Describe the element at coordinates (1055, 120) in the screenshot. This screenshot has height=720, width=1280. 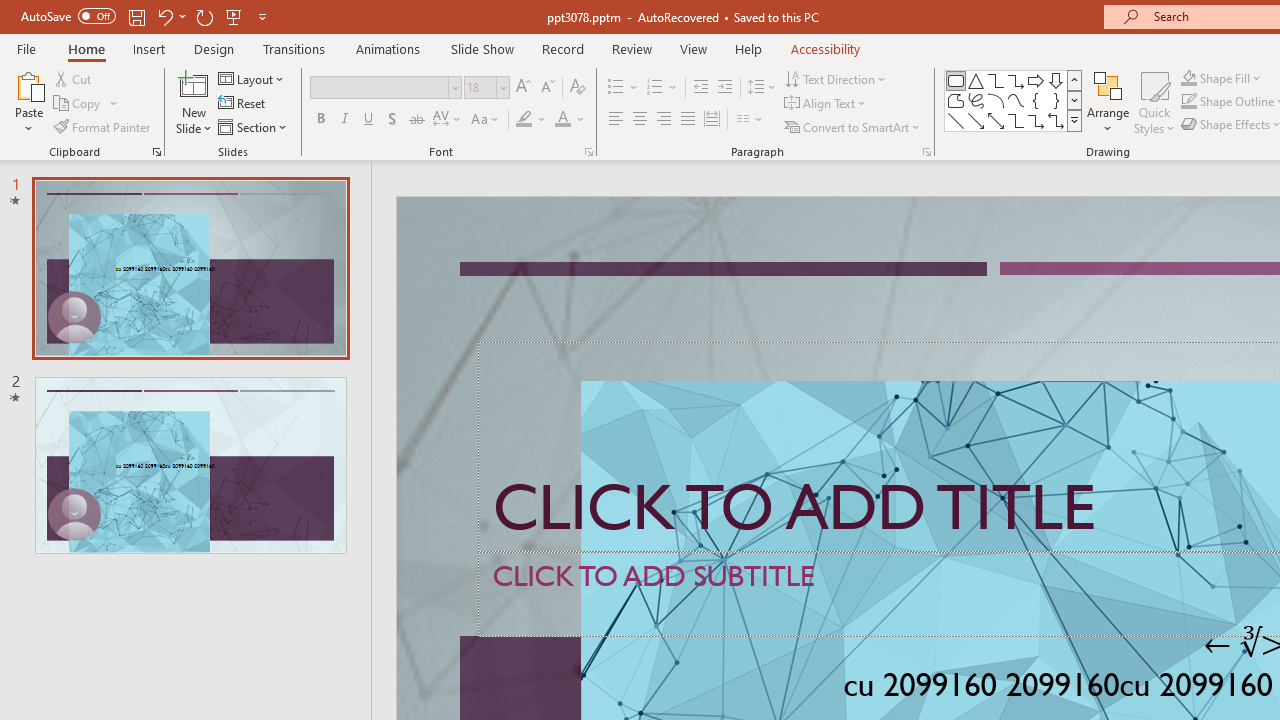
I see `'Connector: Elbow Double-Arrow'` at that location.